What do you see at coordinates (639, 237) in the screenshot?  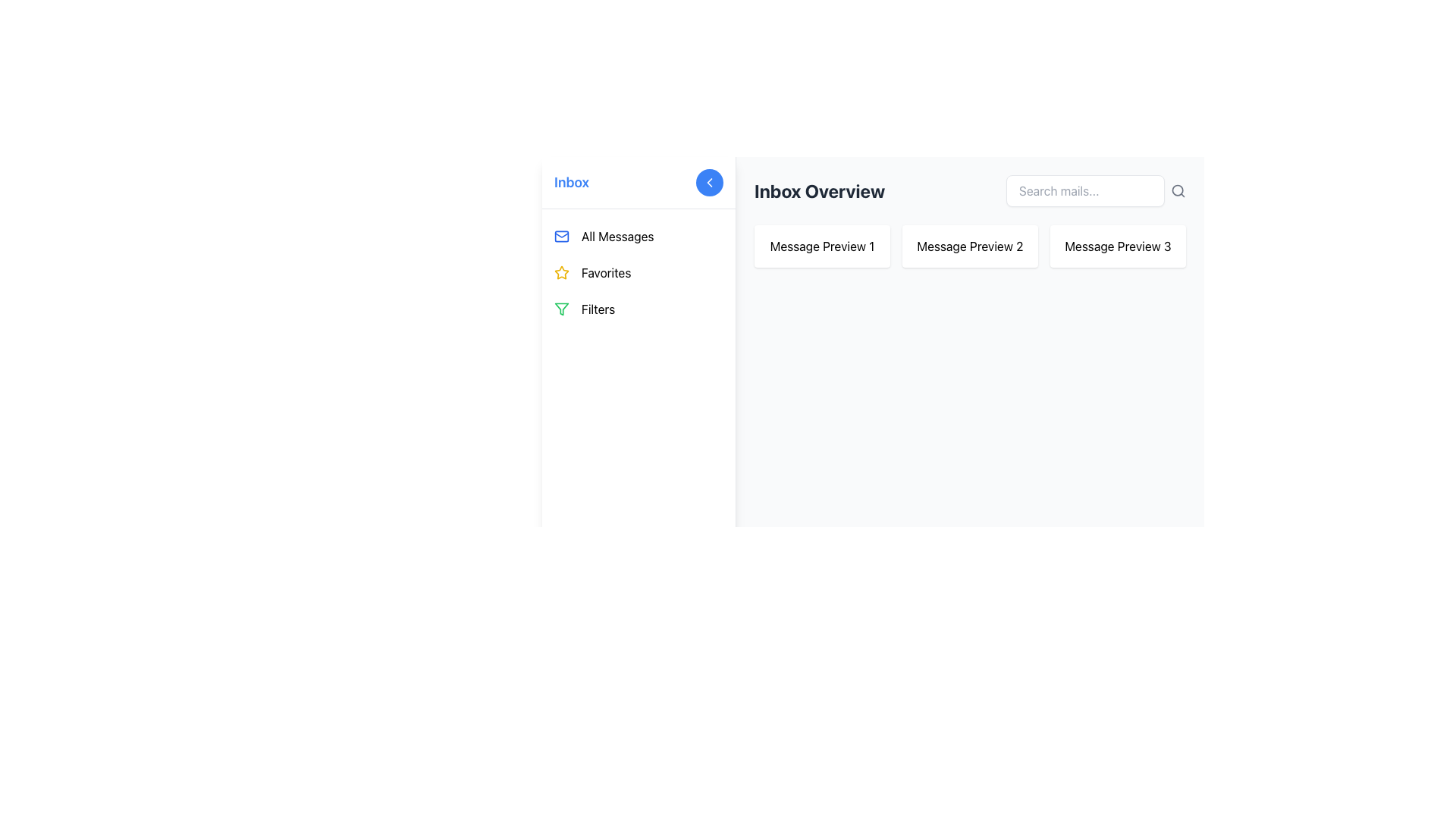 I see `the navigation button located in the left-side navigation bar` at bounding box center [639, 237].